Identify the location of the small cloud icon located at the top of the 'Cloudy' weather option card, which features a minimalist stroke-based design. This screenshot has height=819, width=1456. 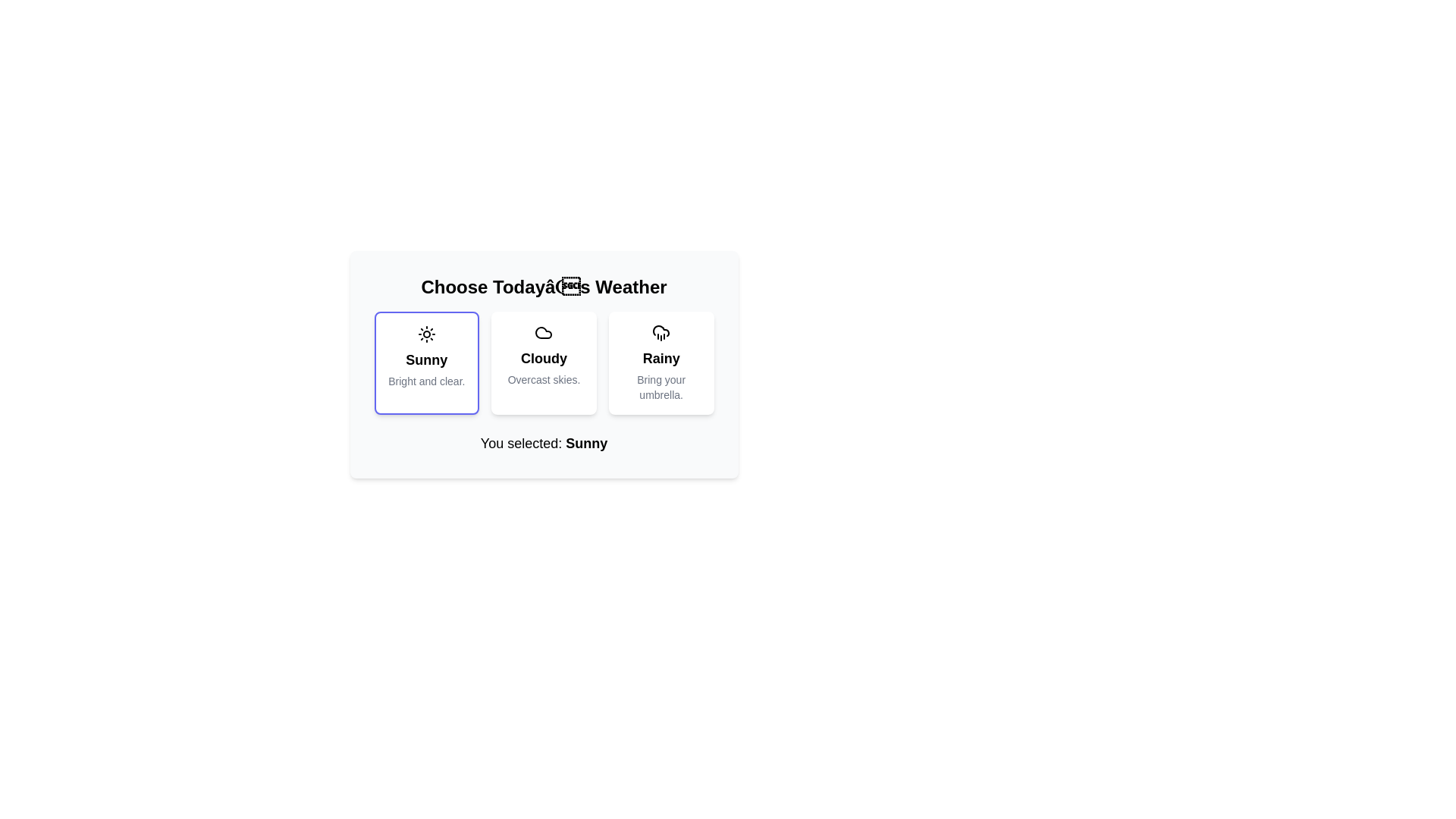
(544, 332).